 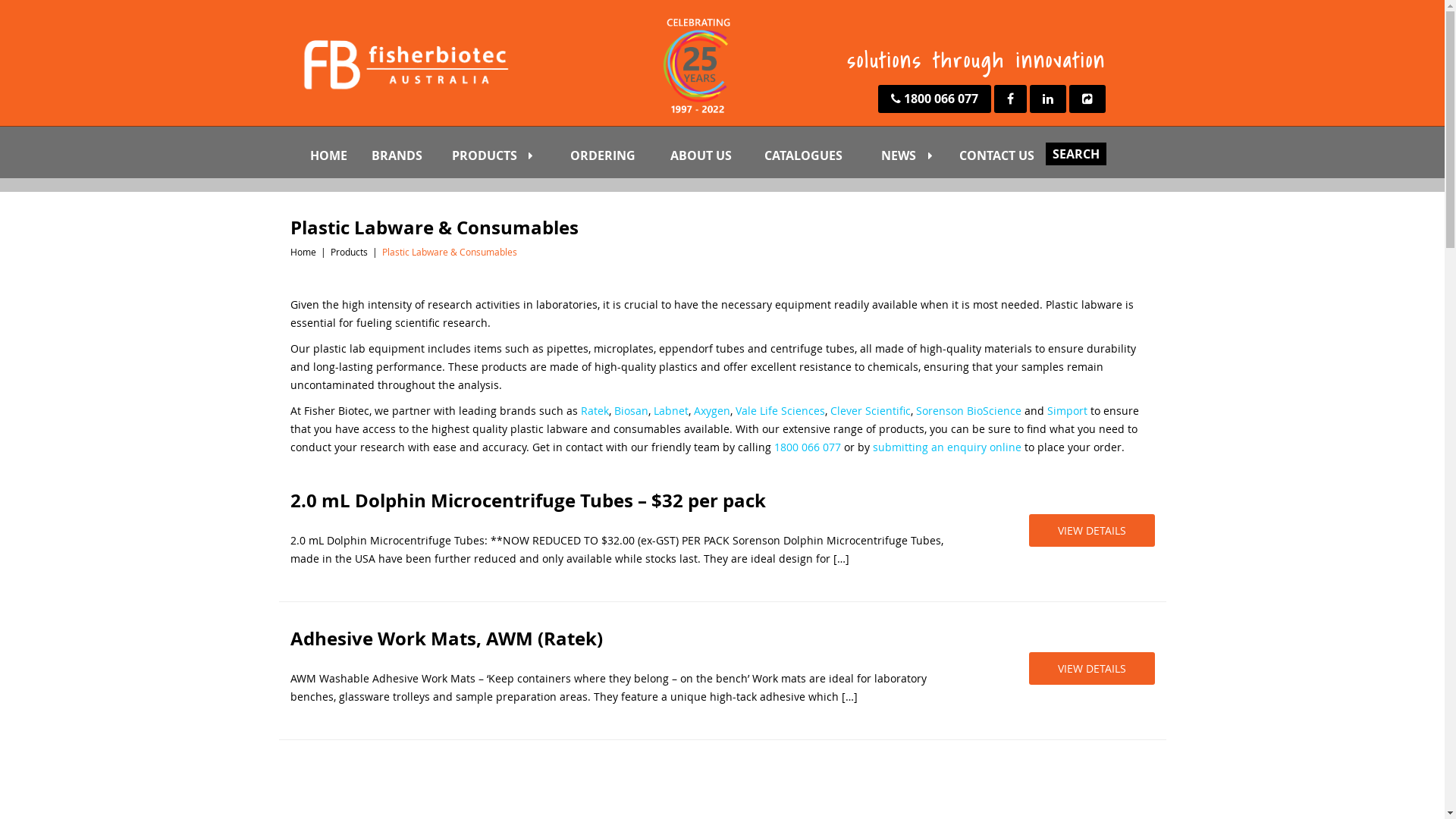 I want to click on 'Ratek', so click(x=594, y=410).